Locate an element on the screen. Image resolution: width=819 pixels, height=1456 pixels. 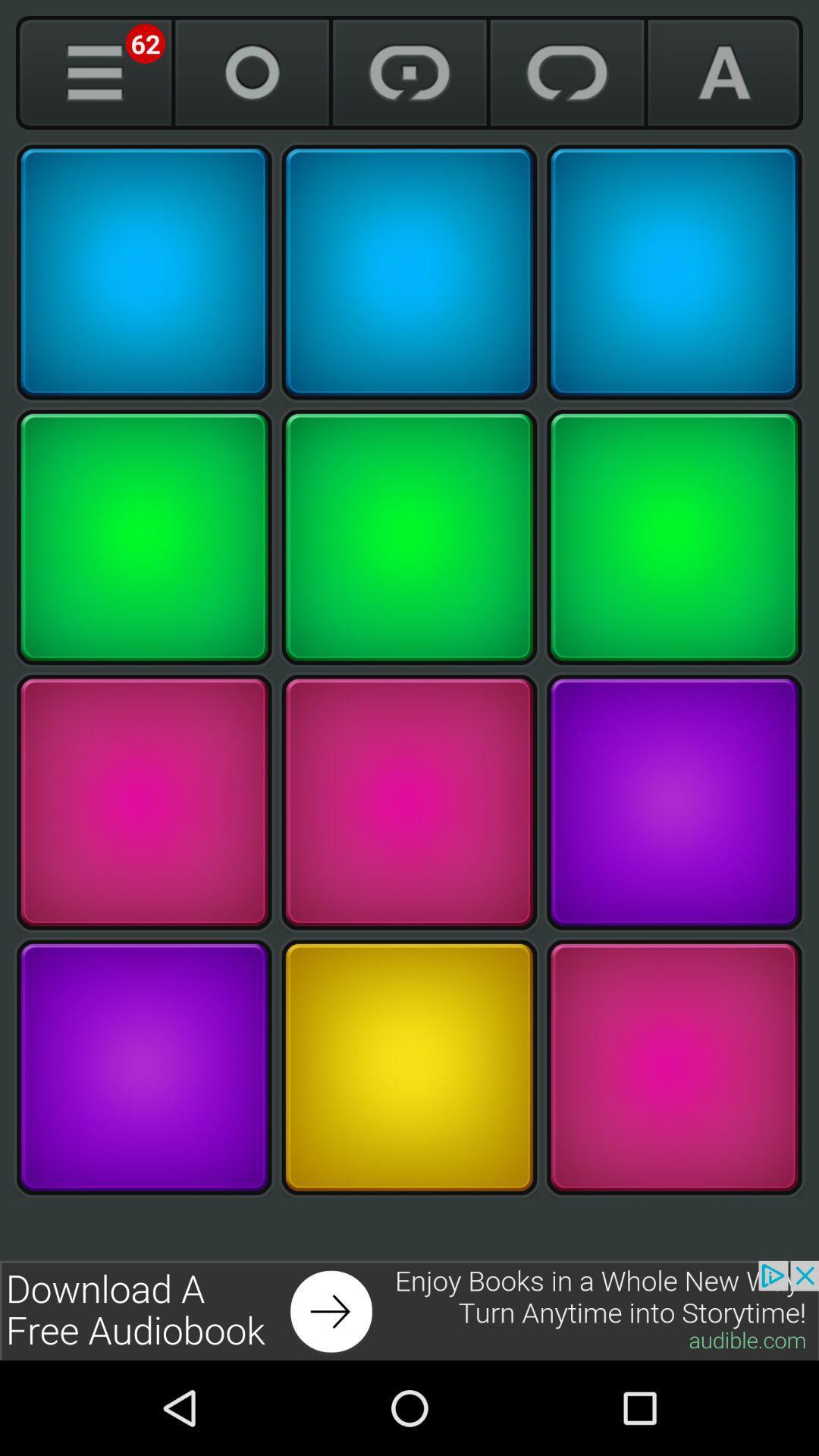
follow the flashing box is located at coordinates (144, 1066).